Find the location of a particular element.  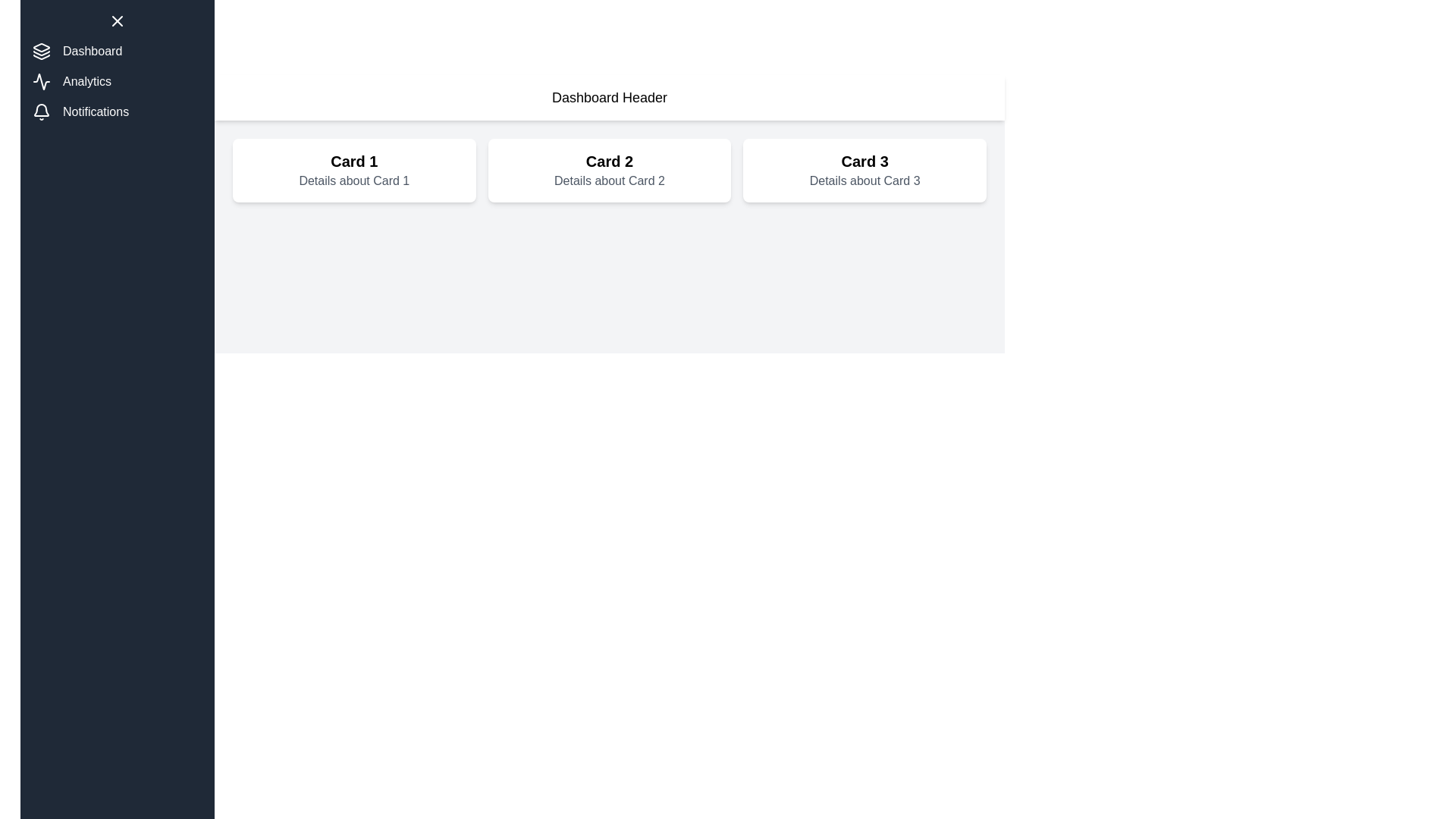

the bold text label that reads 'Card 1', which is prominently displayed at the top of its card layout is located at coordinates (353, 161).